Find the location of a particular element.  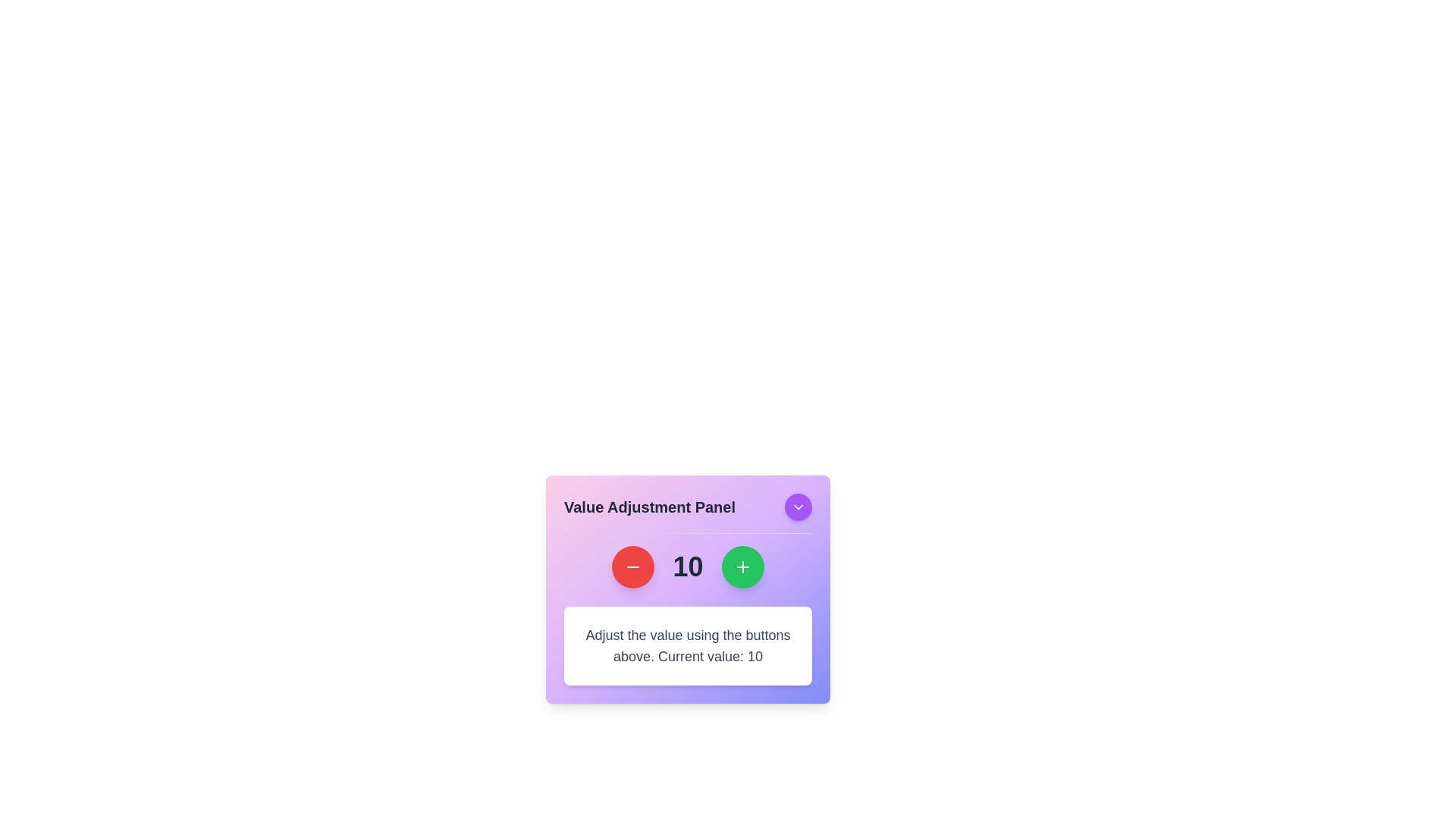

bold header text 'Value Adjustment Panel' located at the top-left section of the interface, styled in dark gray on a light gradient background is located at coordinates (650, 507).